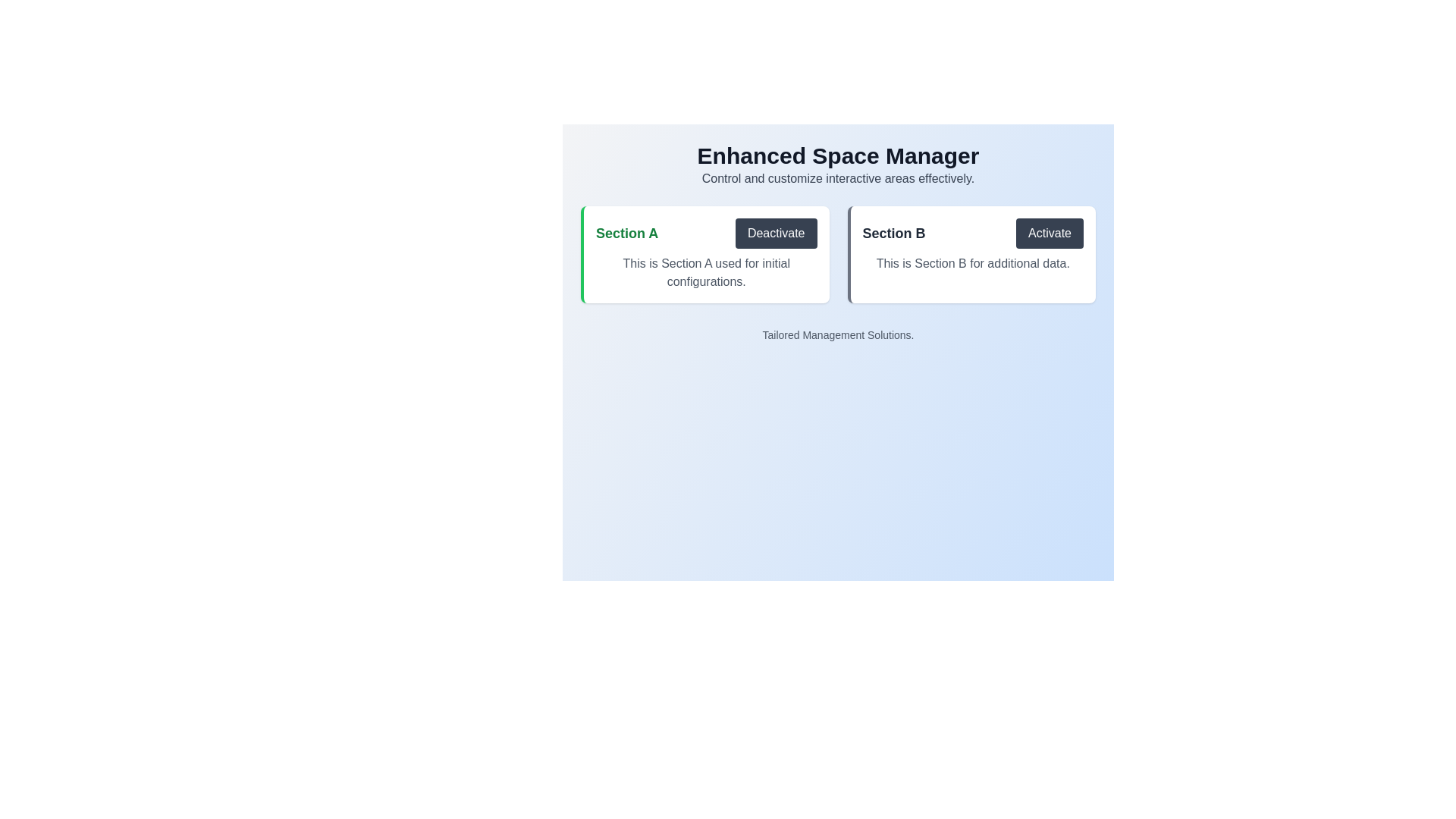 The height and width of the screenshot is (819, 1456). I want to click on the text element displaying 'This is Section B for additional data.' which is styled in light gray and positioned below 'Section B' and the 'Activate' button, so click(973, 262).